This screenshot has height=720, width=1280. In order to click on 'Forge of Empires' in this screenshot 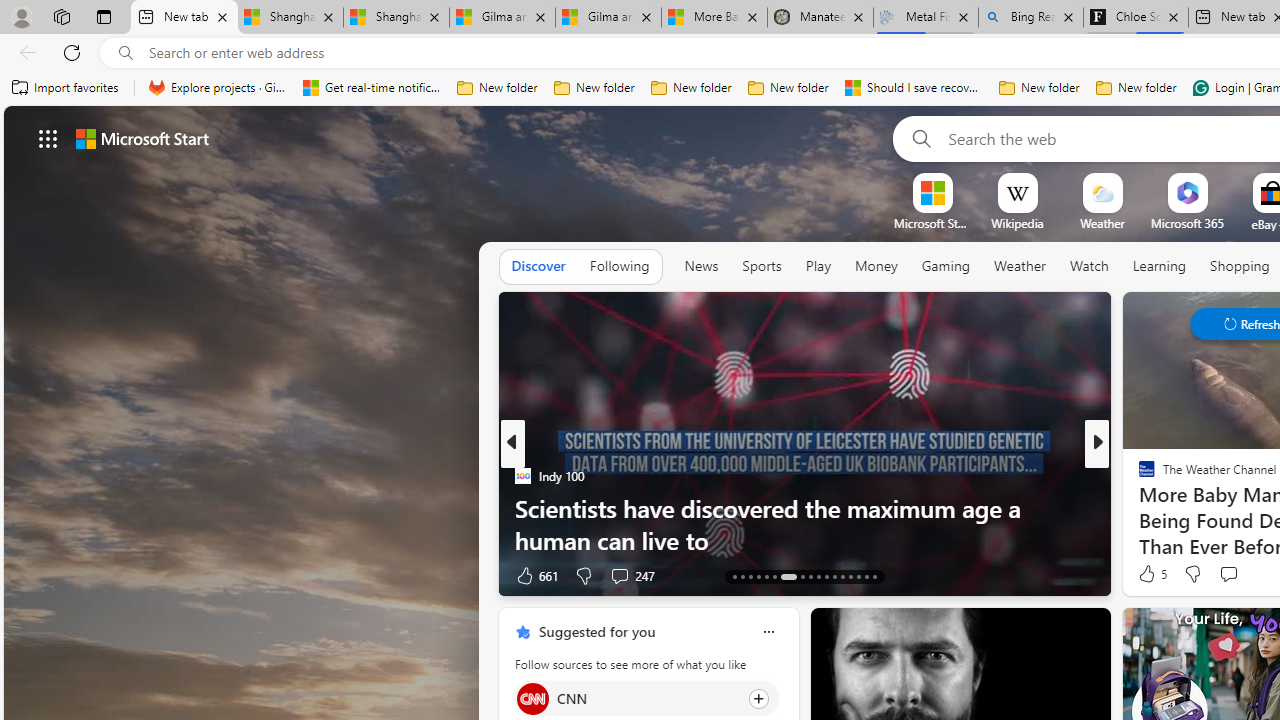, I will do `click(1175, 506)`.